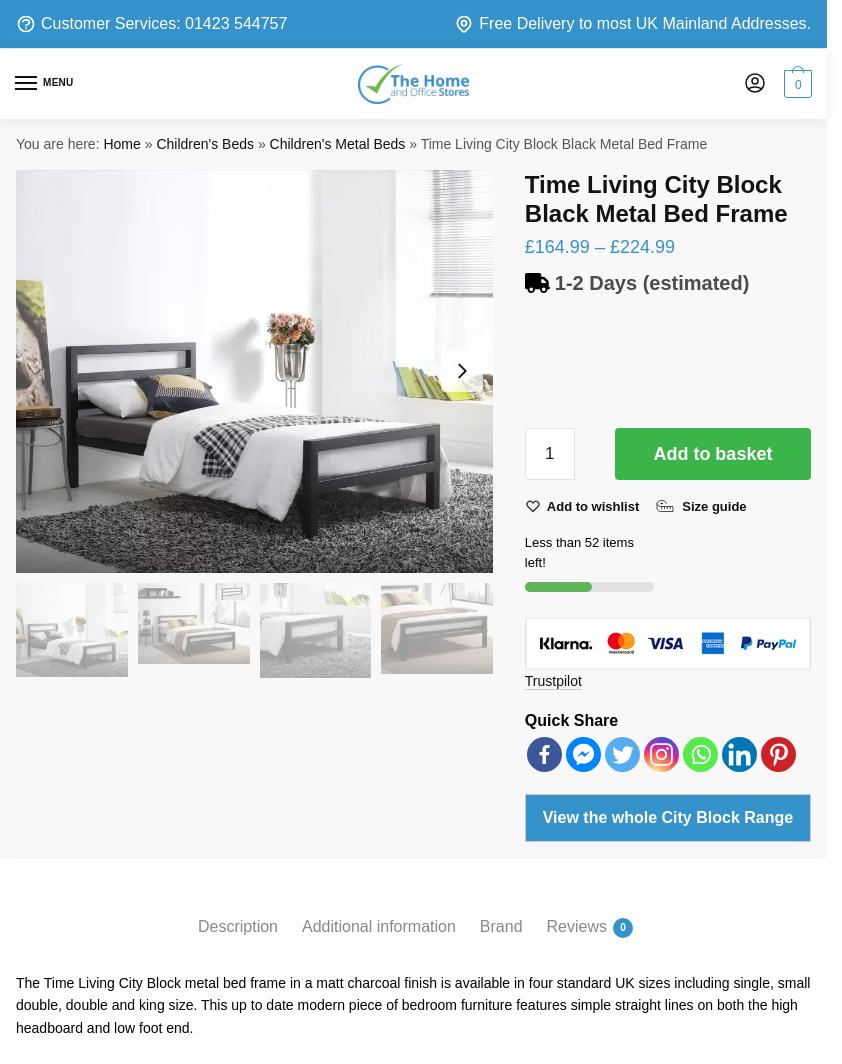 This screenshot has width=842, height=1064. What do you see at coordinates (178, 393) in the screenshot?
I see `'Enquiry Details'` at bounding box center [178, 393].